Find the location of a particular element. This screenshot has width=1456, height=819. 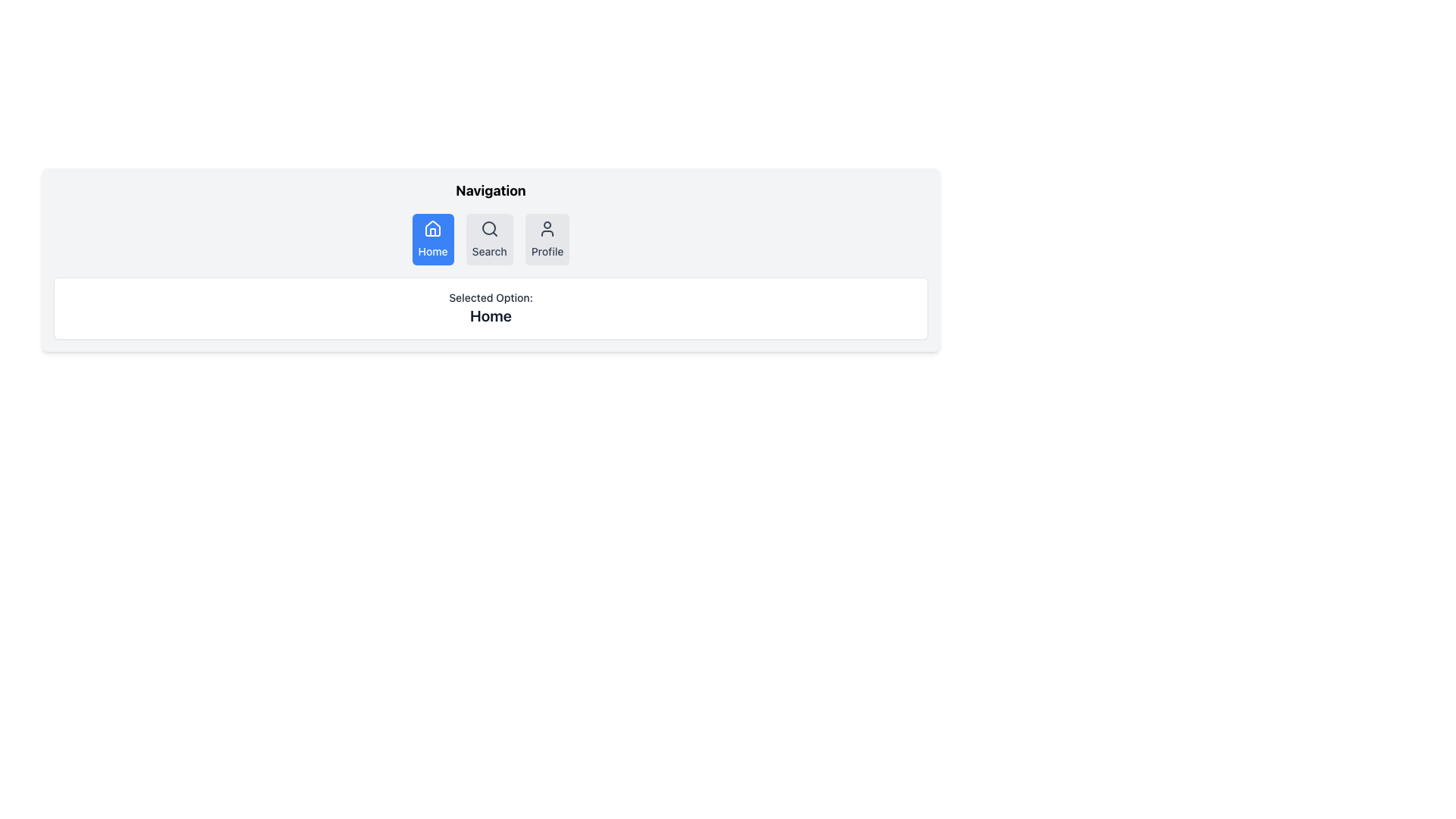

text content of the 'Home' label located within the first button of the navigation bar, which is identified by its blue background and house icon above it is located at coordinates (432, 250).